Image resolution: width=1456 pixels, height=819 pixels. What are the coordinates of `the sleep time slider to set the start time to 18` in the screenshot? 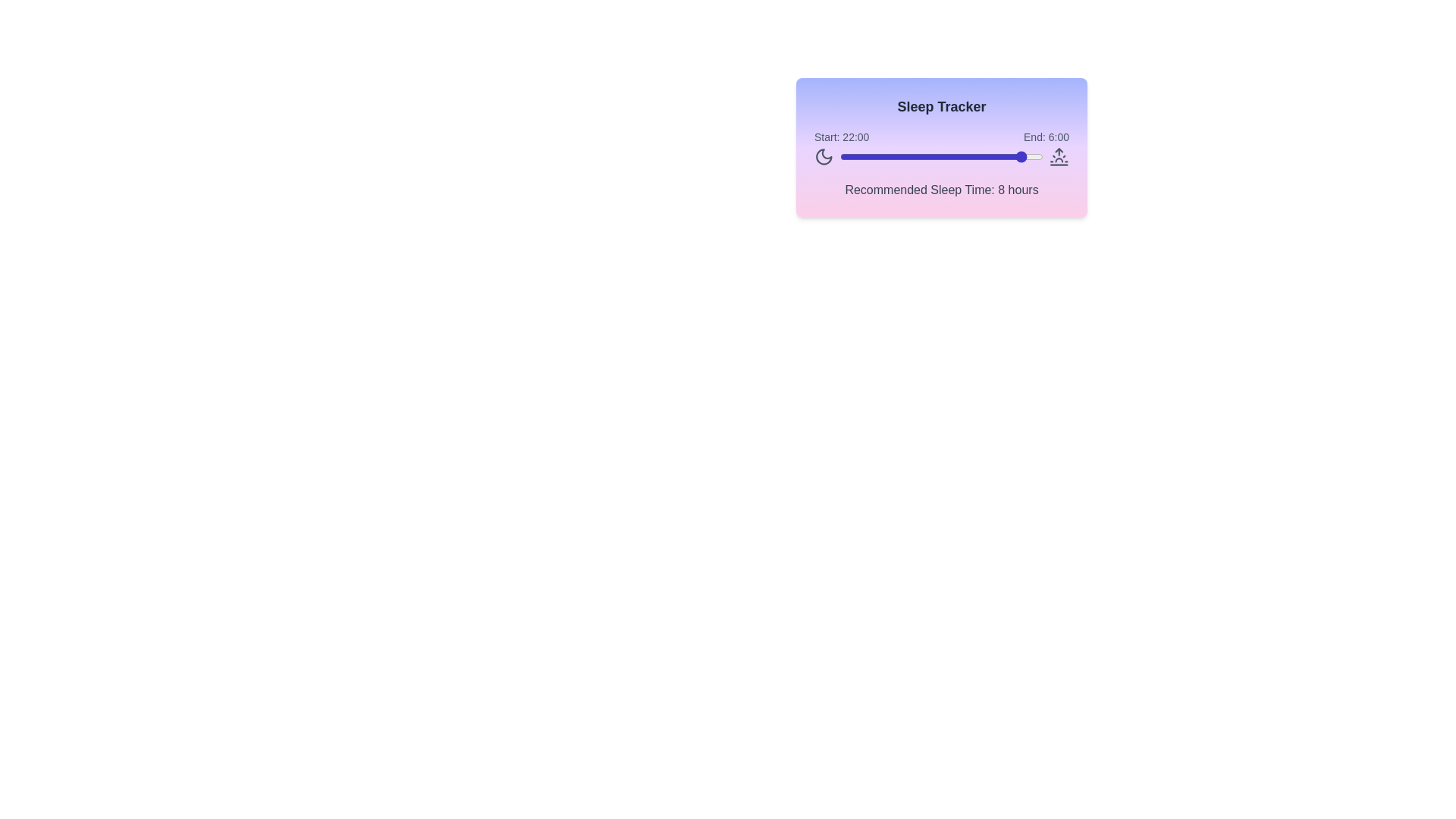 It's located at (993, 157).